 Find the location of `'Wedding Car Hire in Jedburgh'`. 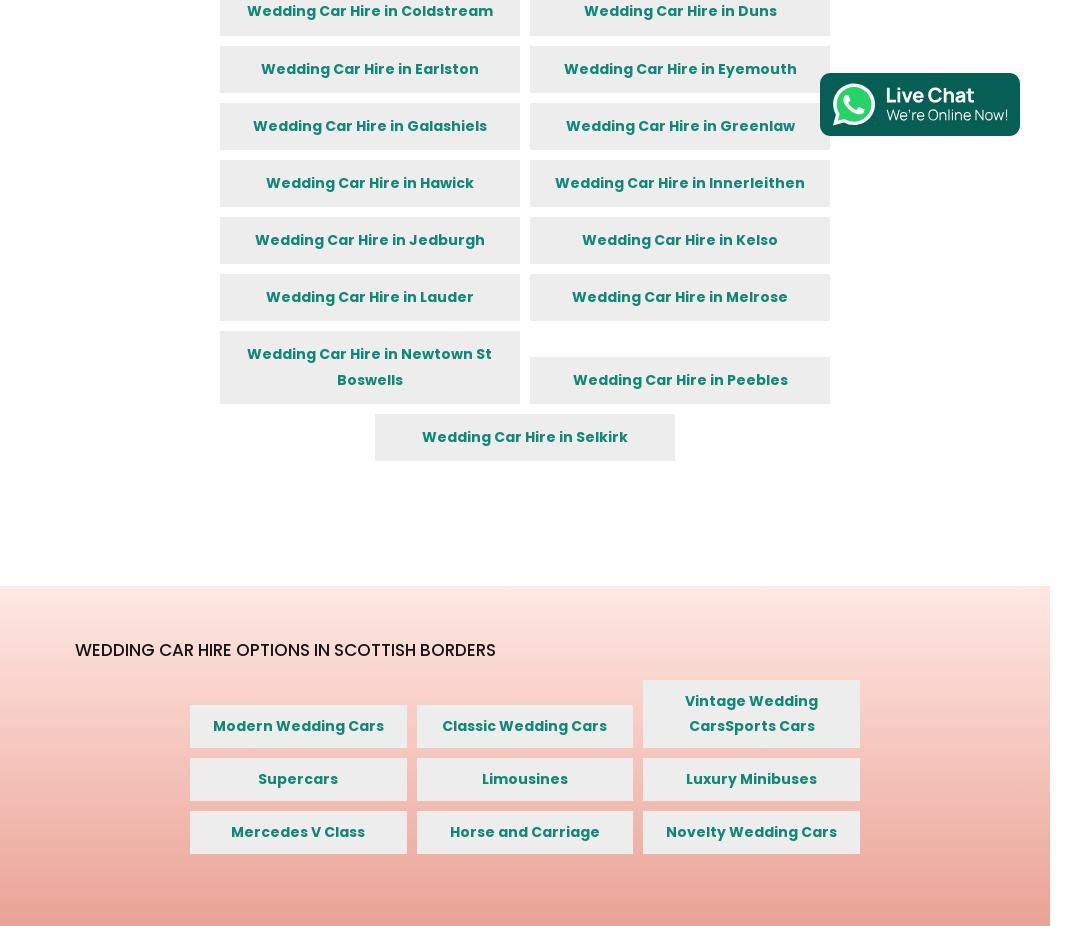

'Wedding Car Hire in Jedburgh' is located at coordinates (253, 240).